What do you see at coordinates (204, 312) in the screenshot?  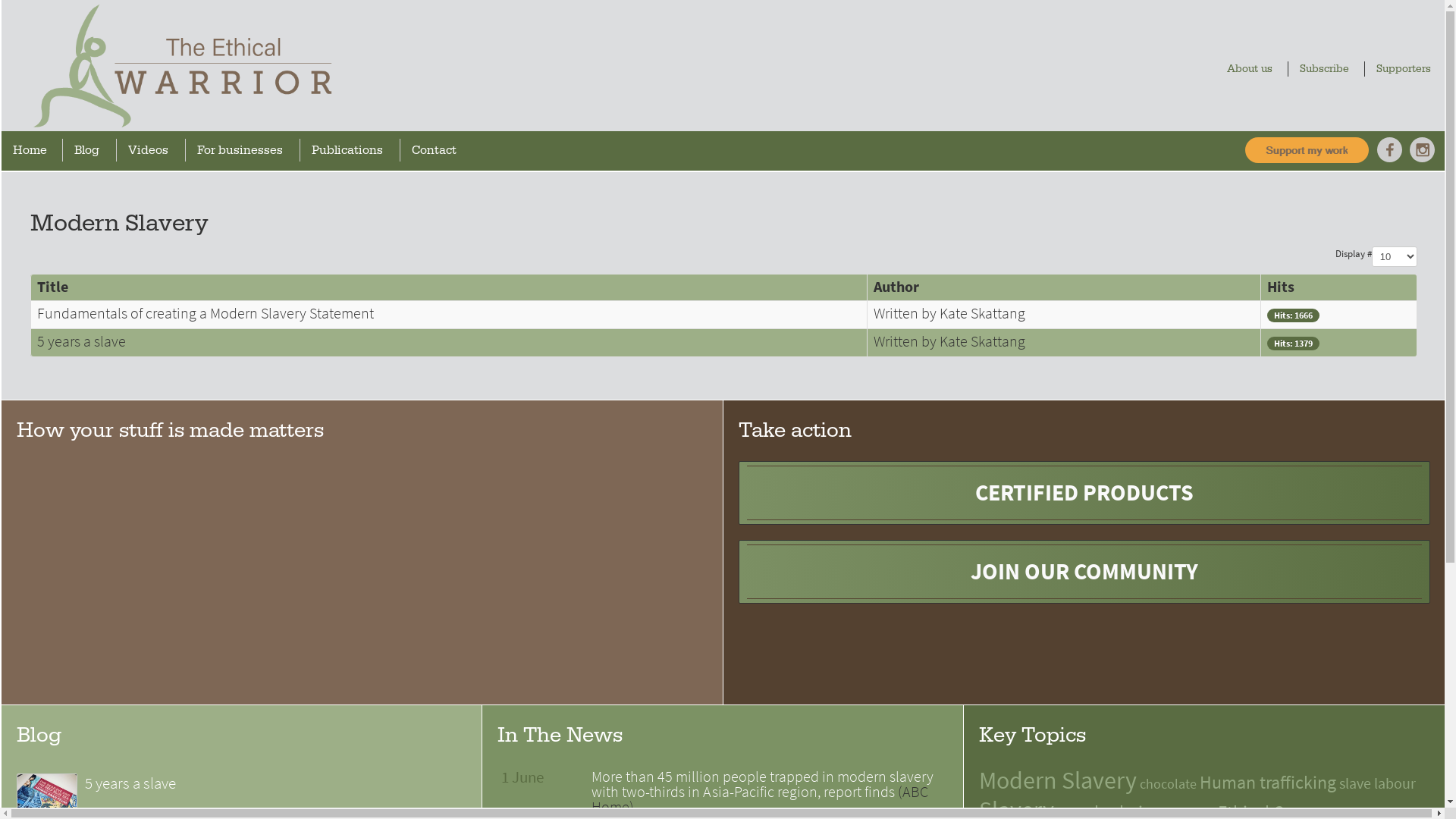 I see `'Fundamentals of creating a Modern Slavery Statement'` at bounding box center [204, 312].